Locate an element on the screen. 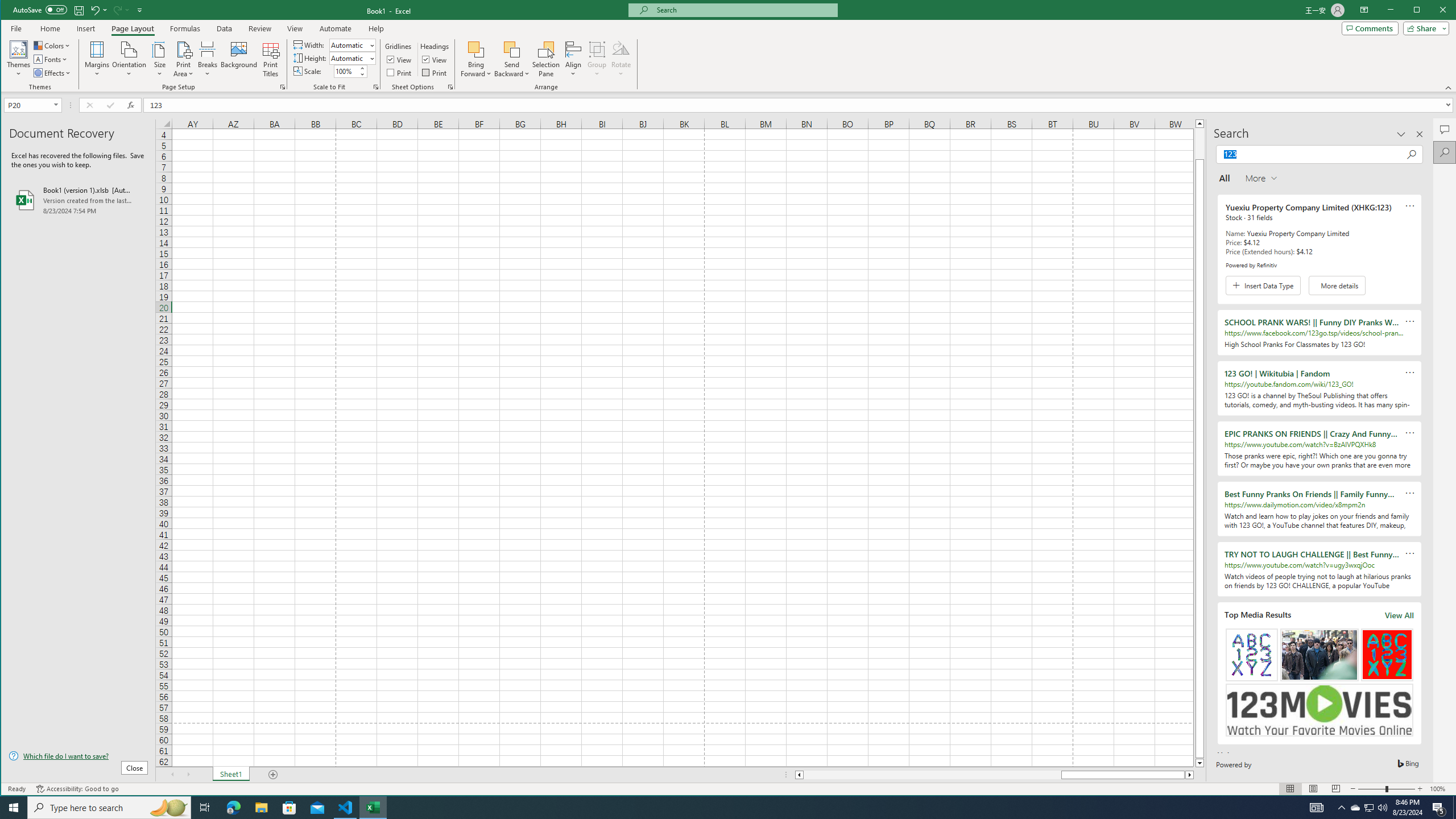 The height and width of the screenshot is (819, 1456). 'Page up' is located at coordinates (1199, 142).